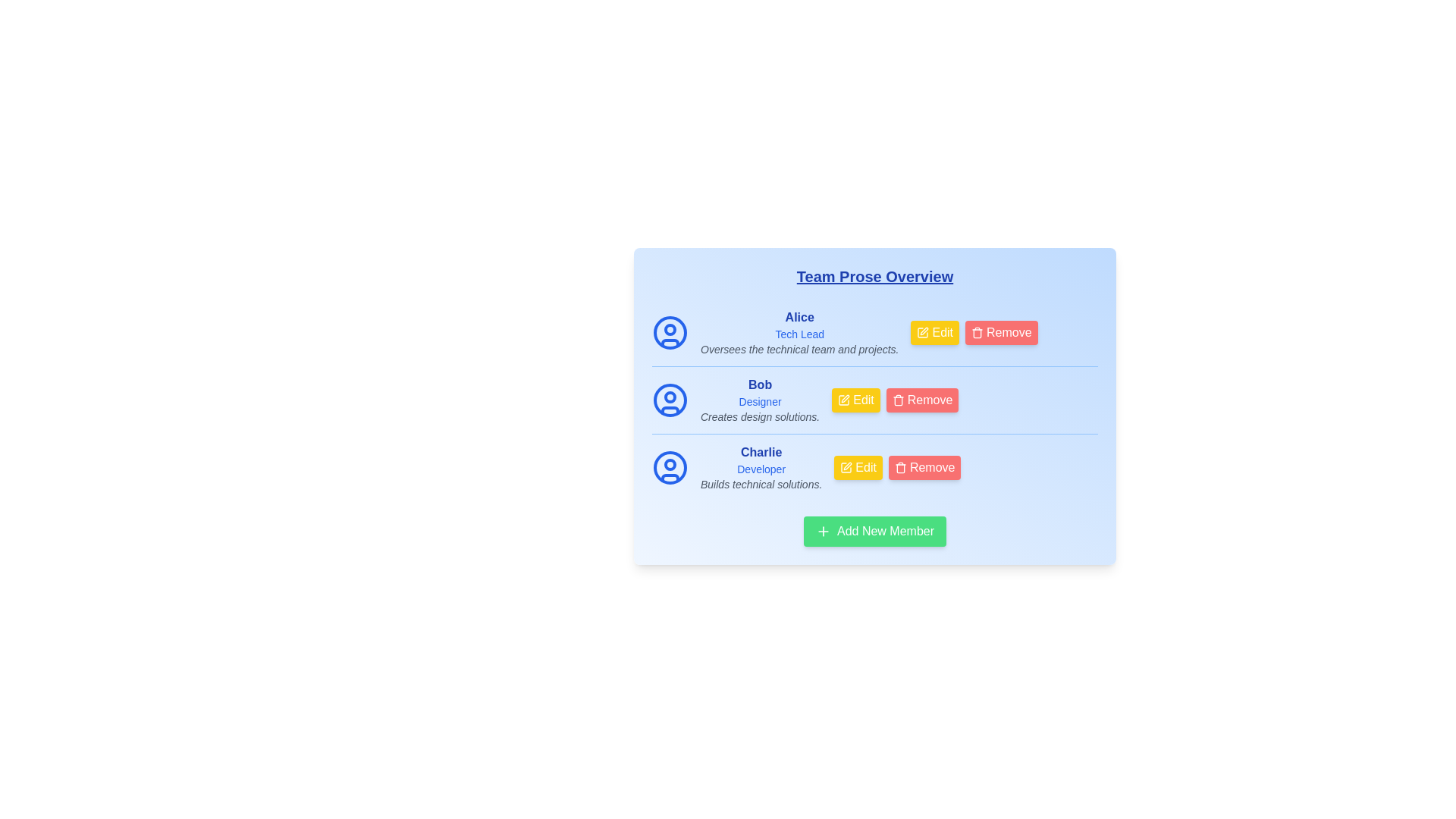 This screenshot has height=819, width=1456. I want to click on the small quadratic icon with a thin black border, located at the top-right corner of the 'Edit' button adjacent to the profile named Alice, so click(922, 332).